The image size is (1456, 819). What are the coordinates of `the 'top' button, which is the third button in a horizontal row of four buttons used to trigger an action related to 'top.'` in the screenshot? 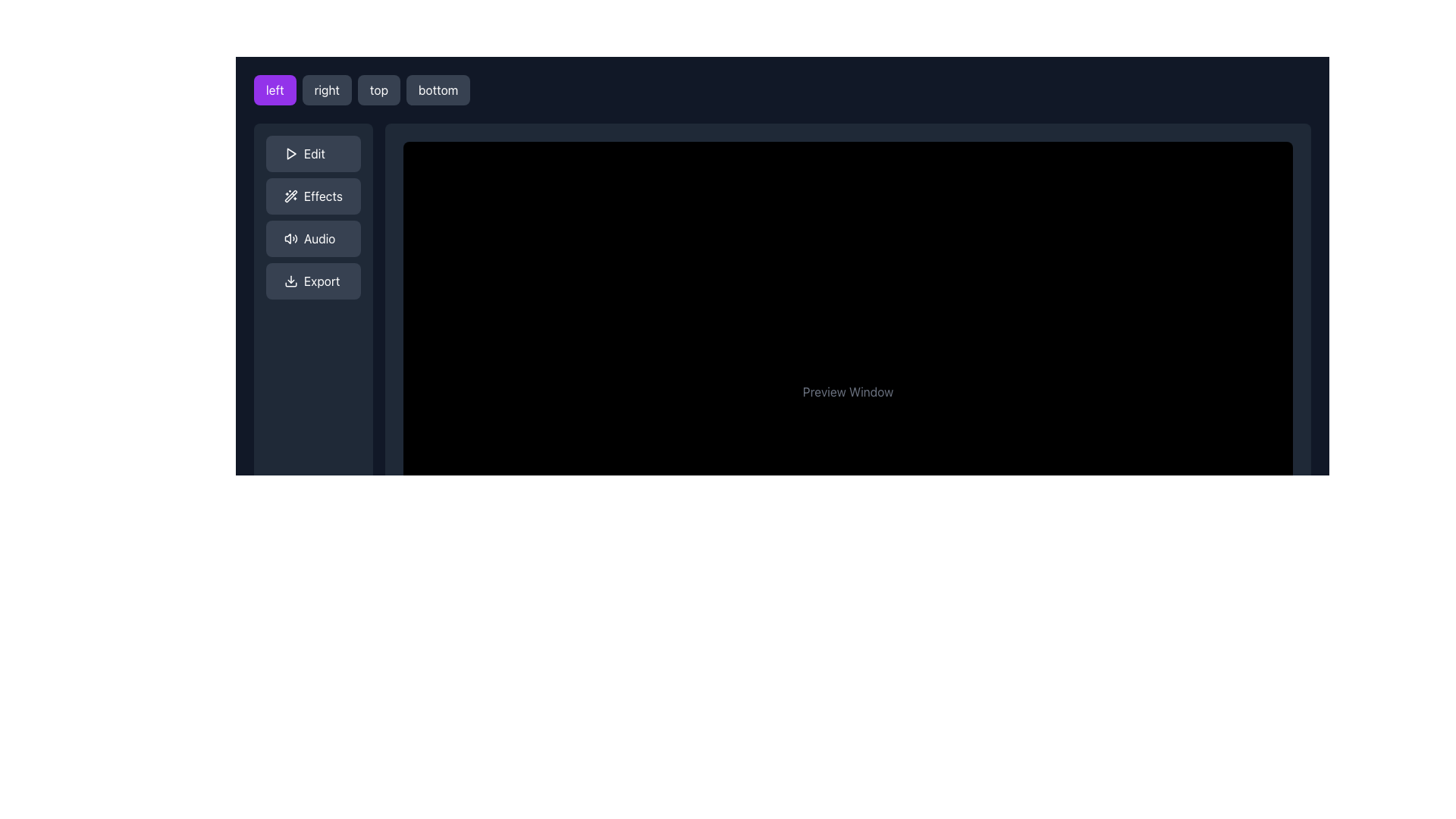 It's located at (378, 90).